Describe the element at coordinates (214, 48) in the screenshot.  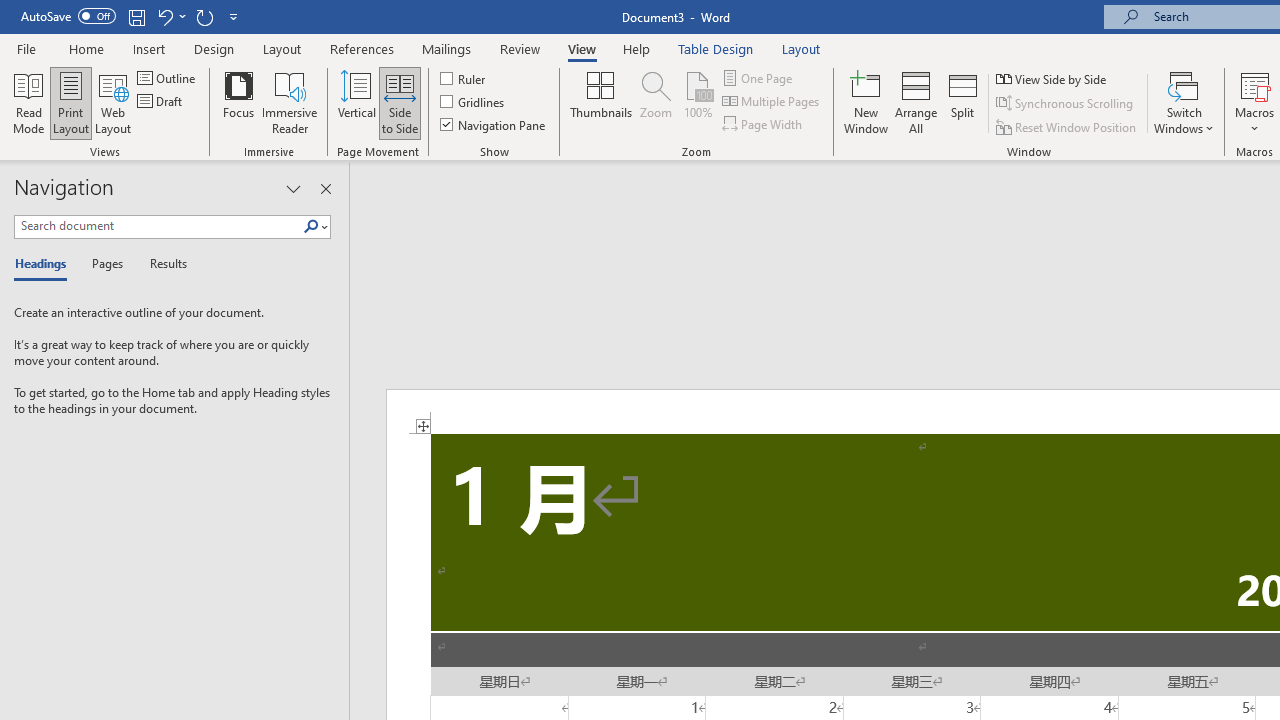
I see `'Design'` at that location.